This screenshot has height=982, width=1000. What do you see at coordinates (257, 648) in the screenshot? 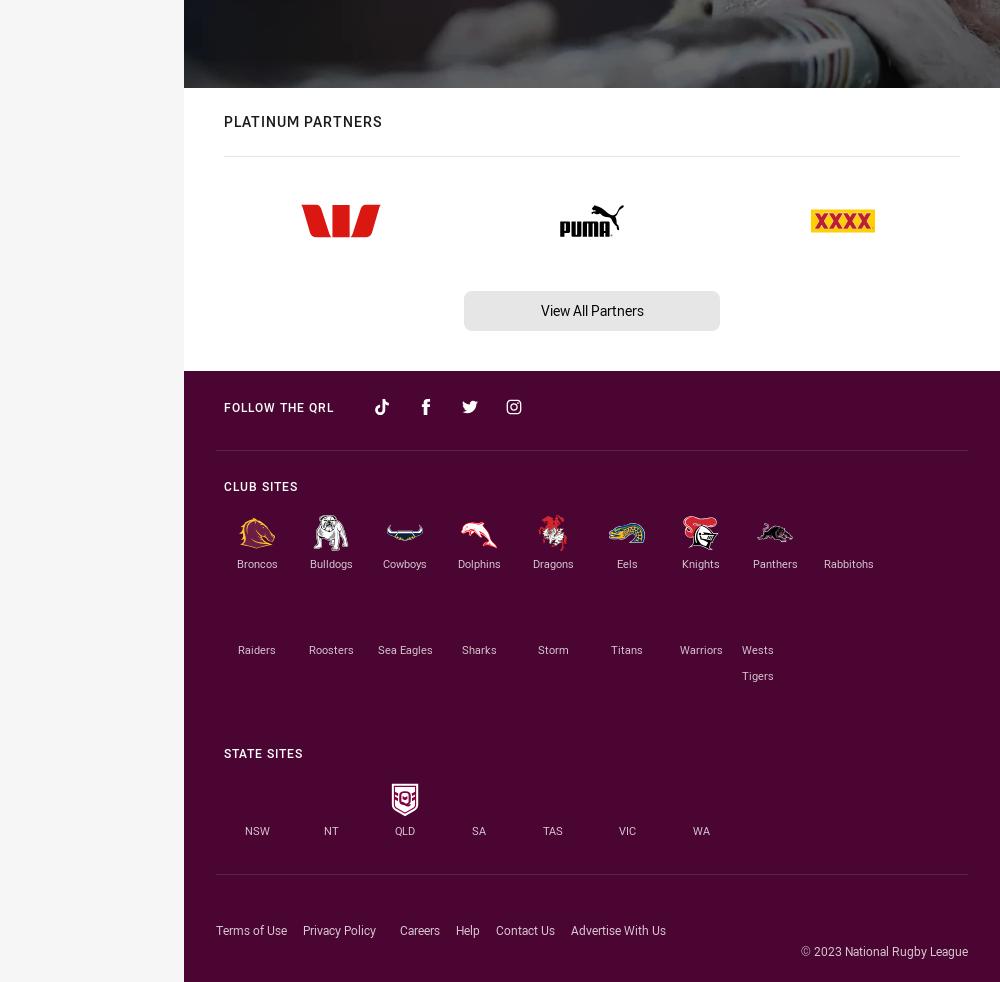
I see `'Raiders'` at bounding box center [257, 648].